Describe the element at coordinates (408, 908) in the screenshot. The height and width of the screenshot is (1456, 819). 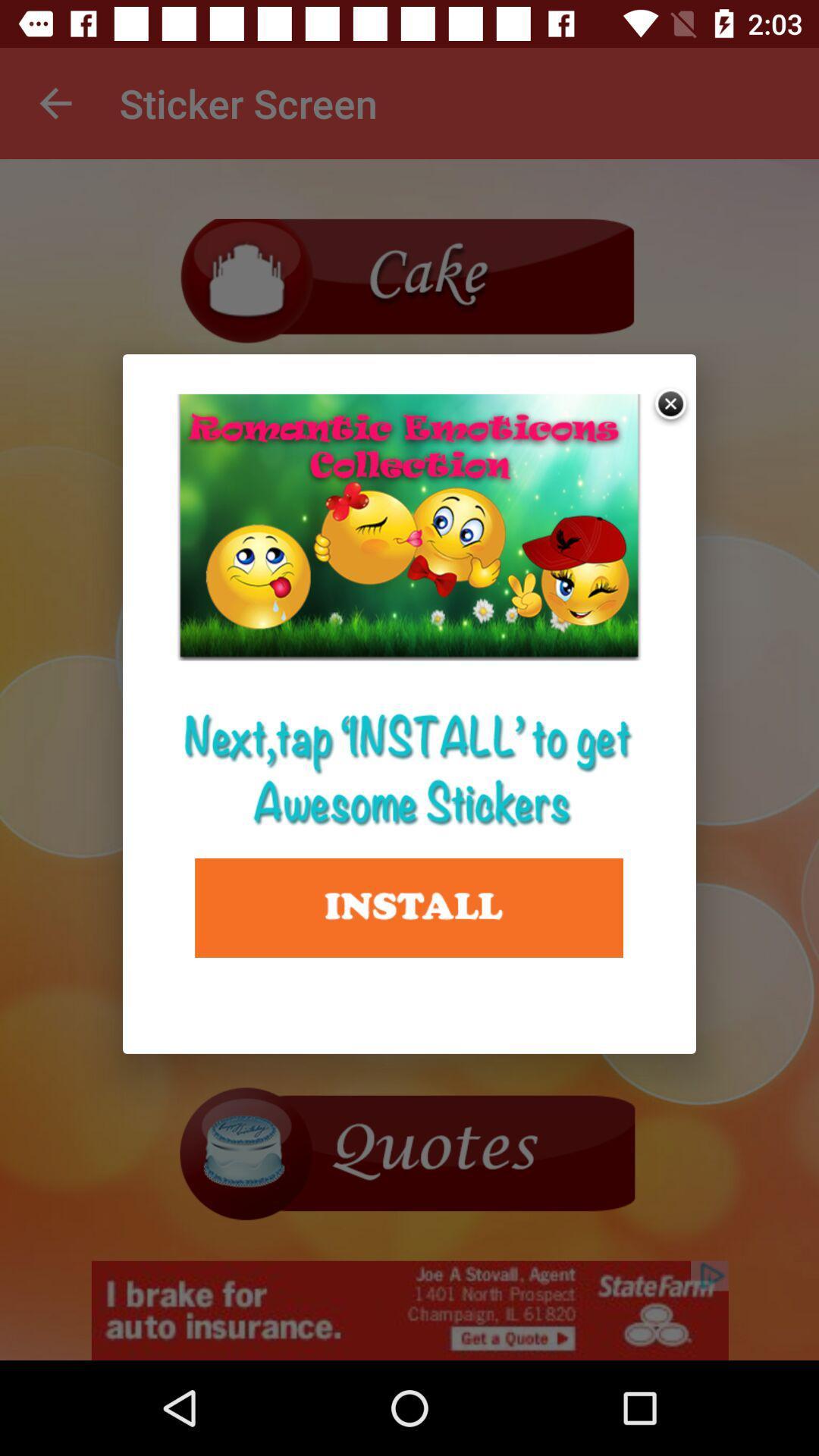
I see `install option` at that location.